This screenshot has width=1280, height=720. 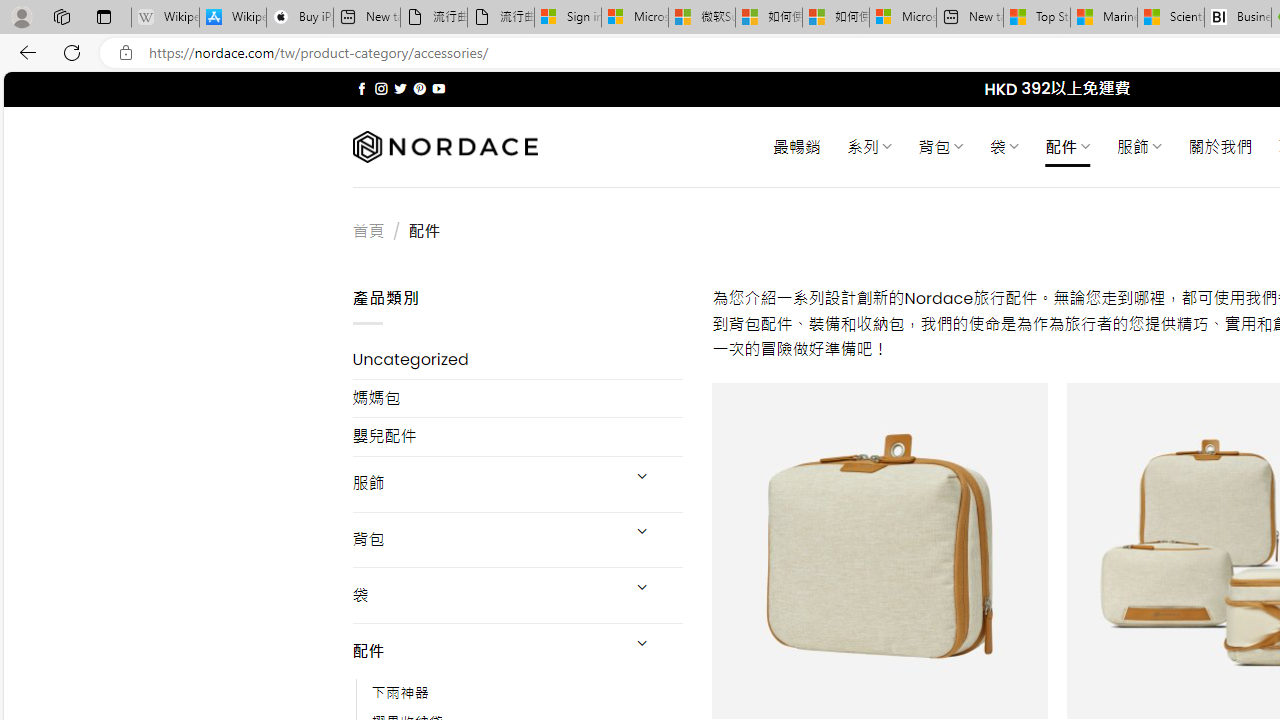 What do you see at coordinates (165, 17) in the screenshot?
I see `'Wikipedia - Sleeping'` at bounding box center [165, 17].